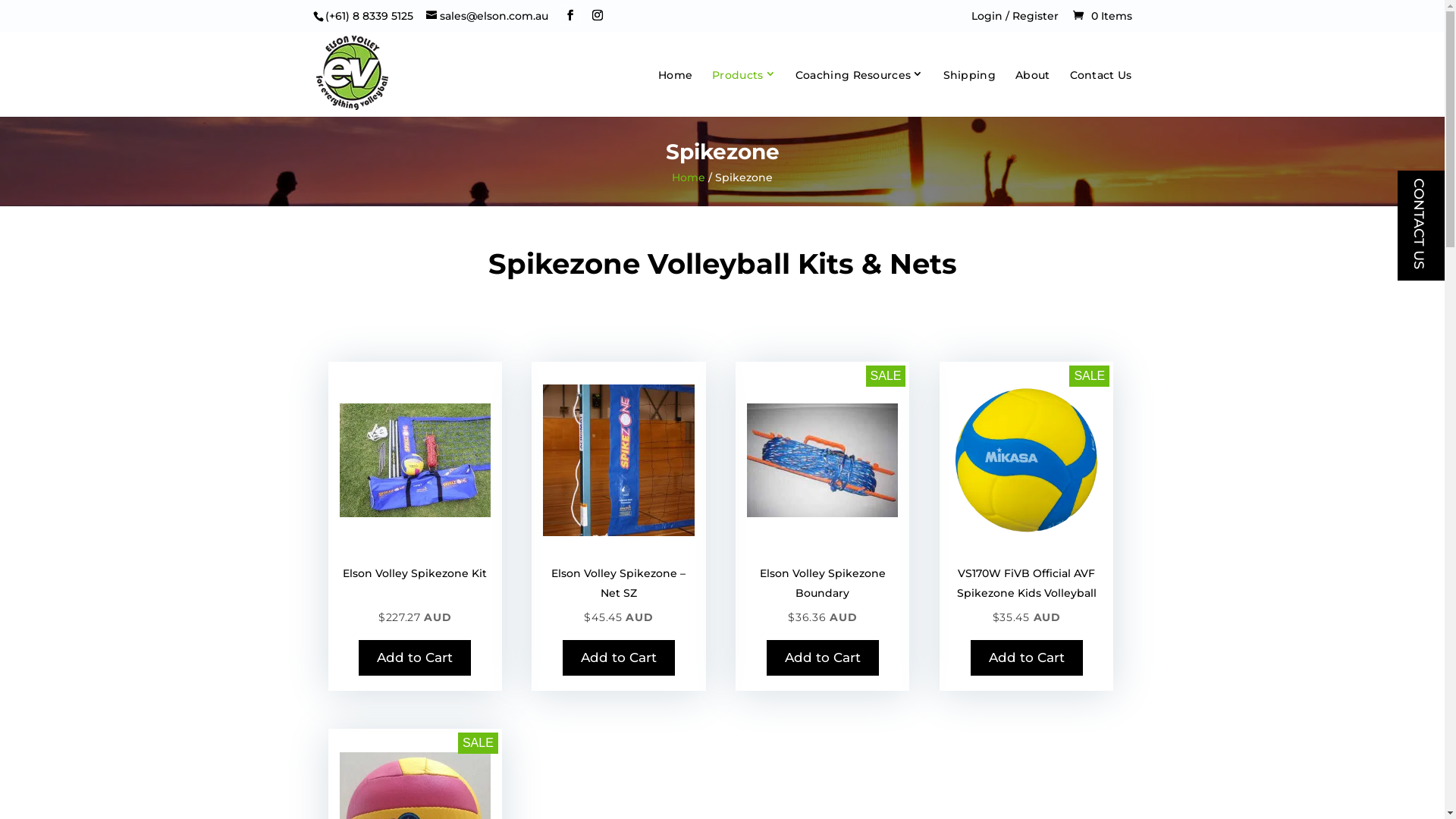 The width and height of the screenshot is (1456, 819). What do you see at coordinates (658, 93) in the screenshot?
I see `'Home'` at bounding box center [658, 93].